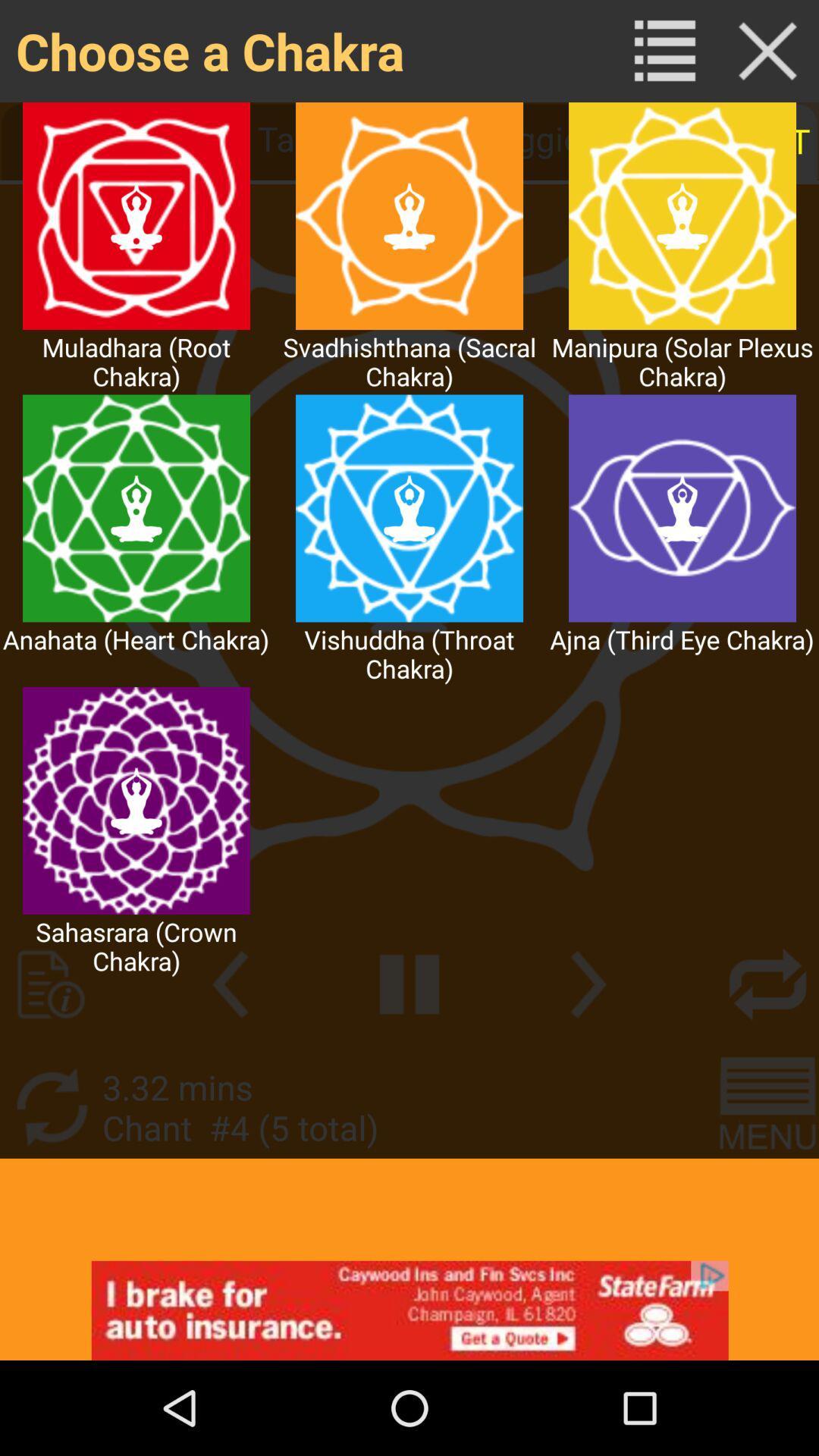 Image resolution: width=819 pixels, height=1456 pixels. Describe the element at coordinates (588, 1053) in the screenshot. I see `the arrow_forward icon` at that location.